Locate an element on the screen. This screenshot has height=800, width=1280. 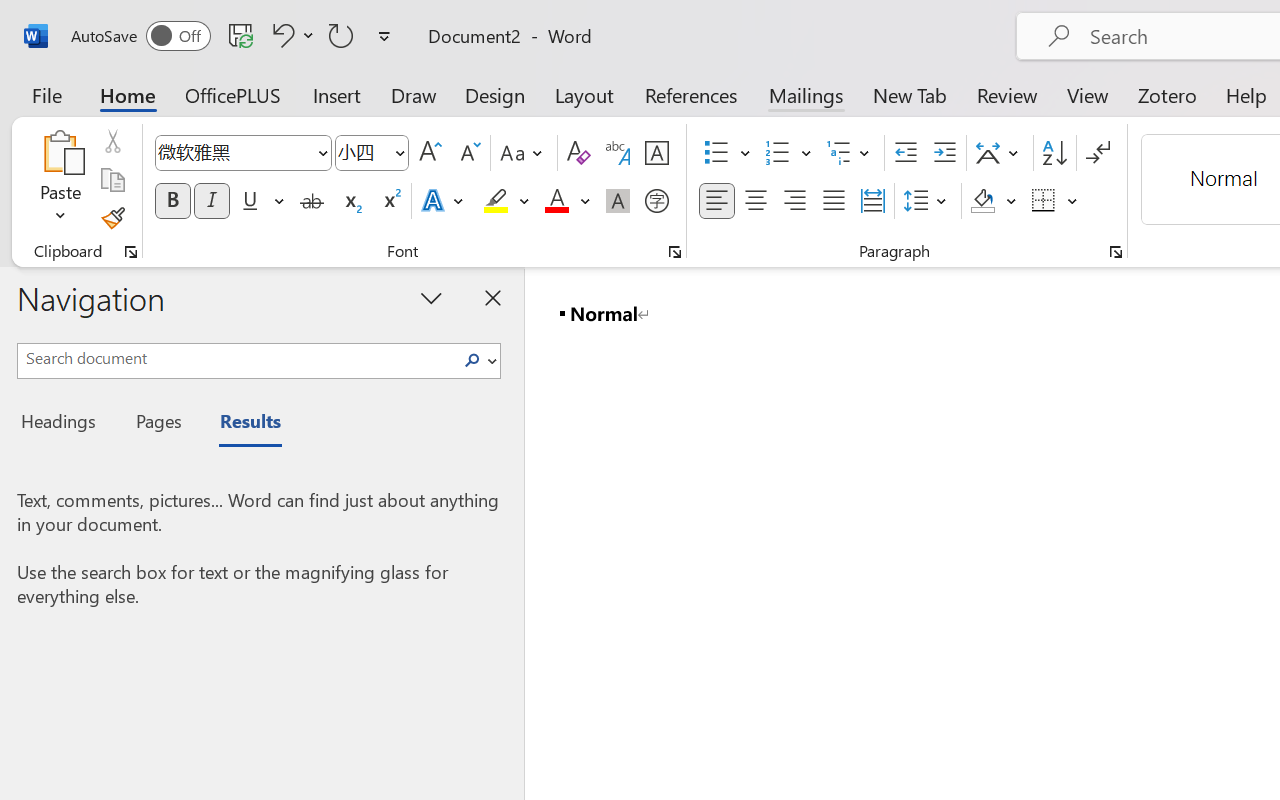
'Home' is located at coordinates (127, 94).